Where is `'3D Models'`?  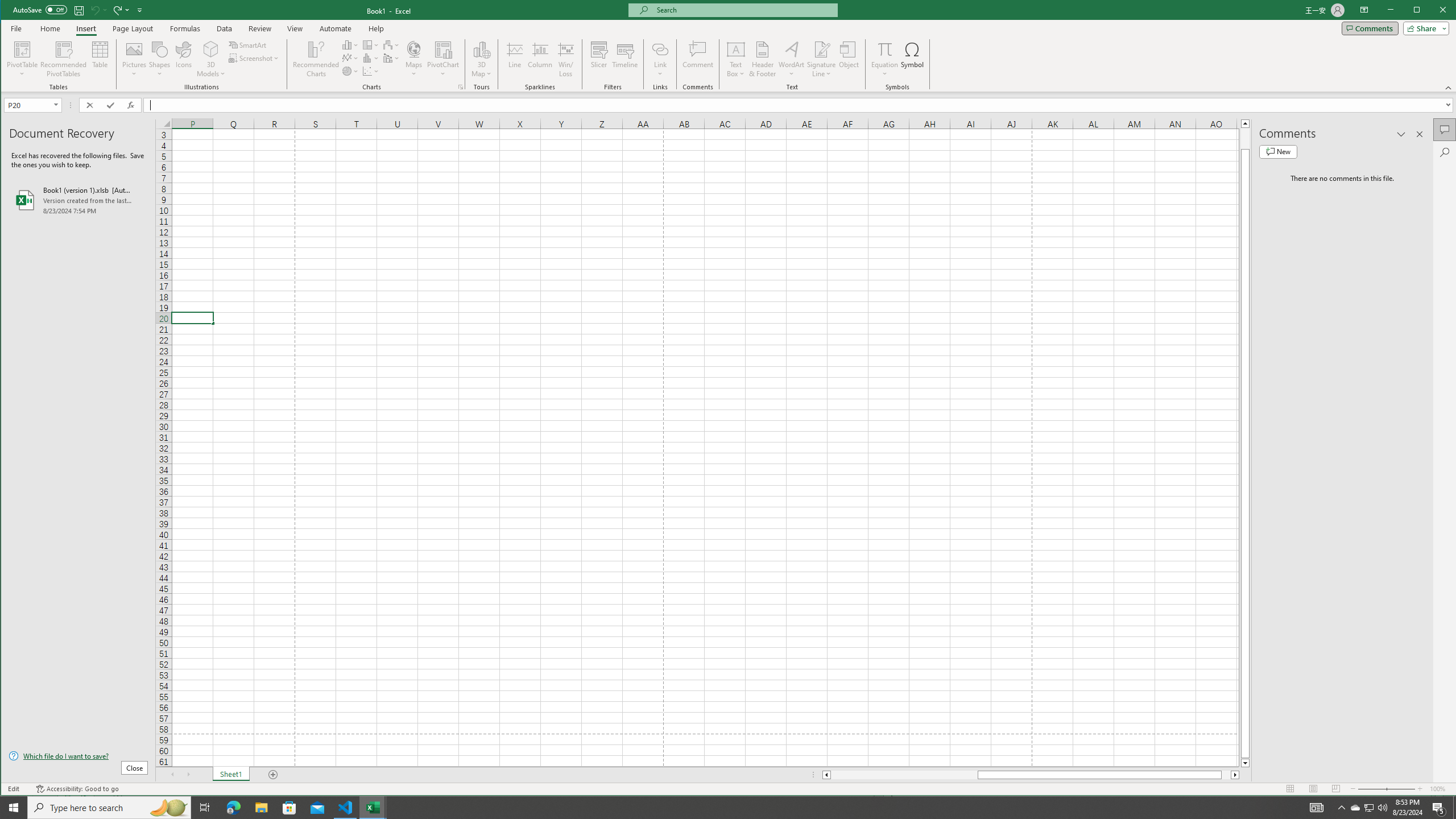
'3D Models' is located at coordinates (210, 48).